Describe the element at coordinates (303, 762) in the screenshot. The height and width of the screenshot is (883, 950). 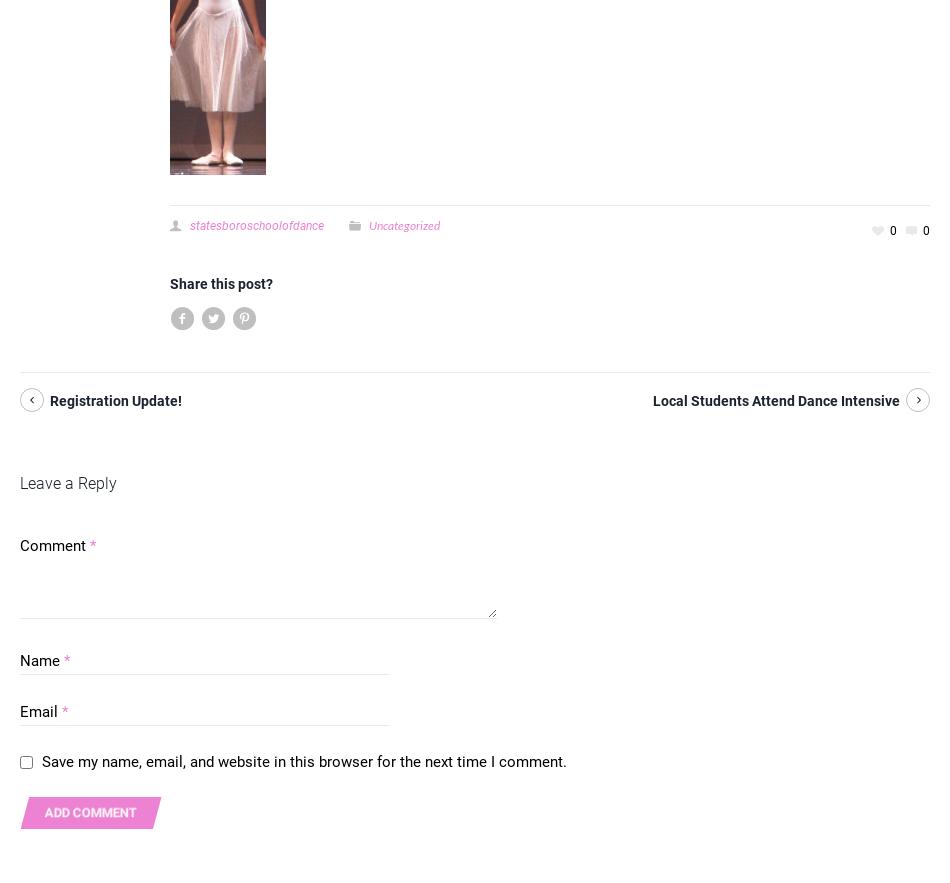
I see `'Save my name, email, and website in this browser for the next time I comment.'` at that location.